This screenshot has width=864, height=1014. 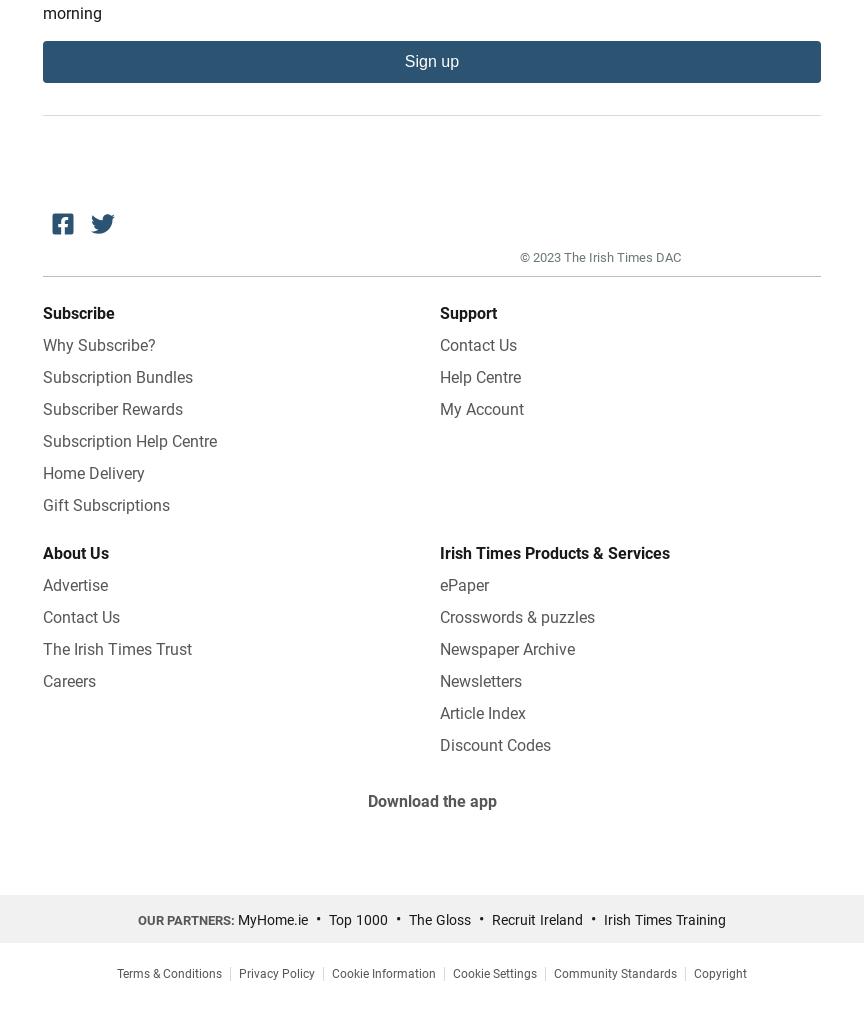 I want to click on 'Community Standards', so click(x=614, y=973).